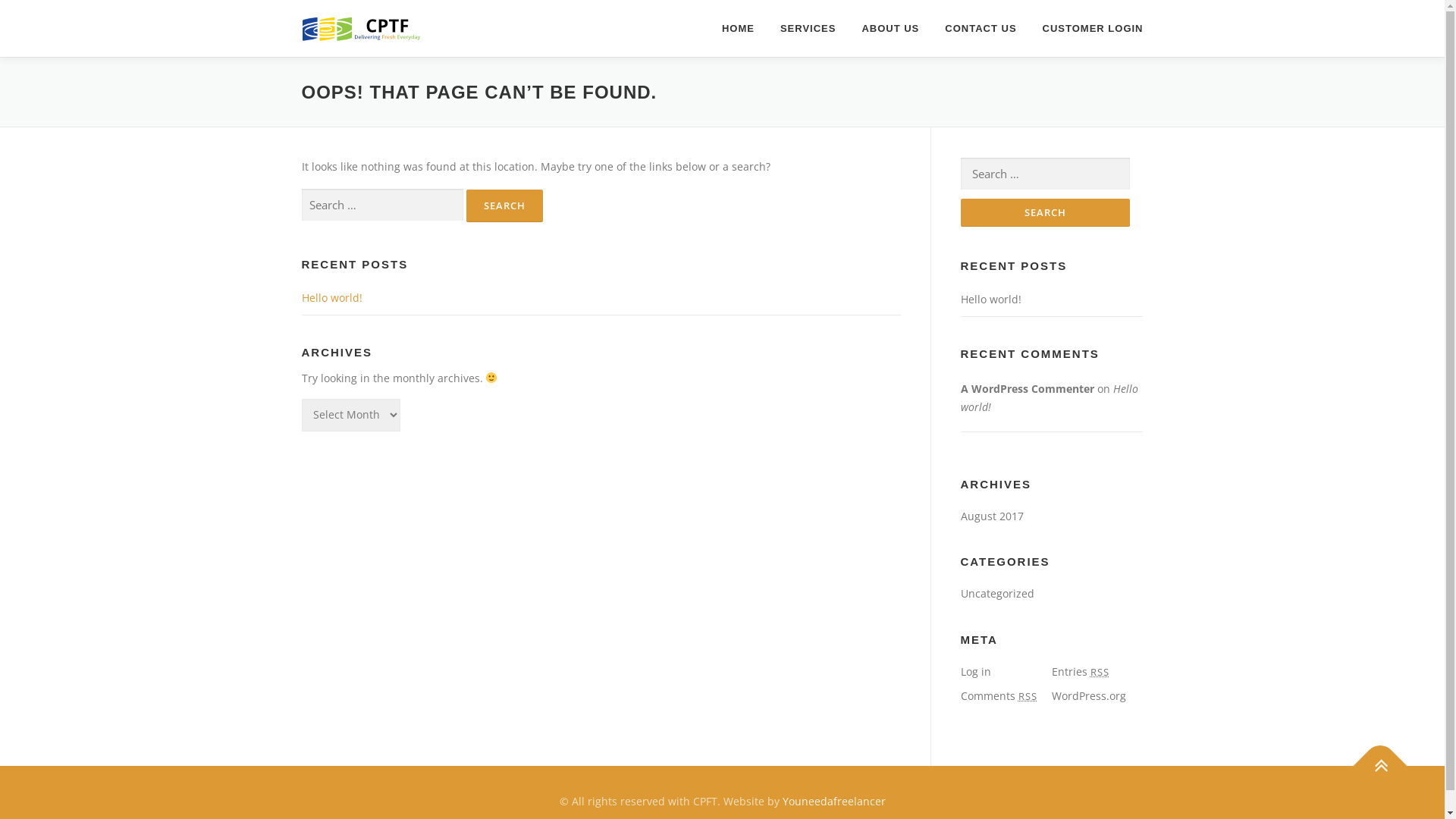  I want to click on 'Uncategorized', so click(996, 592).